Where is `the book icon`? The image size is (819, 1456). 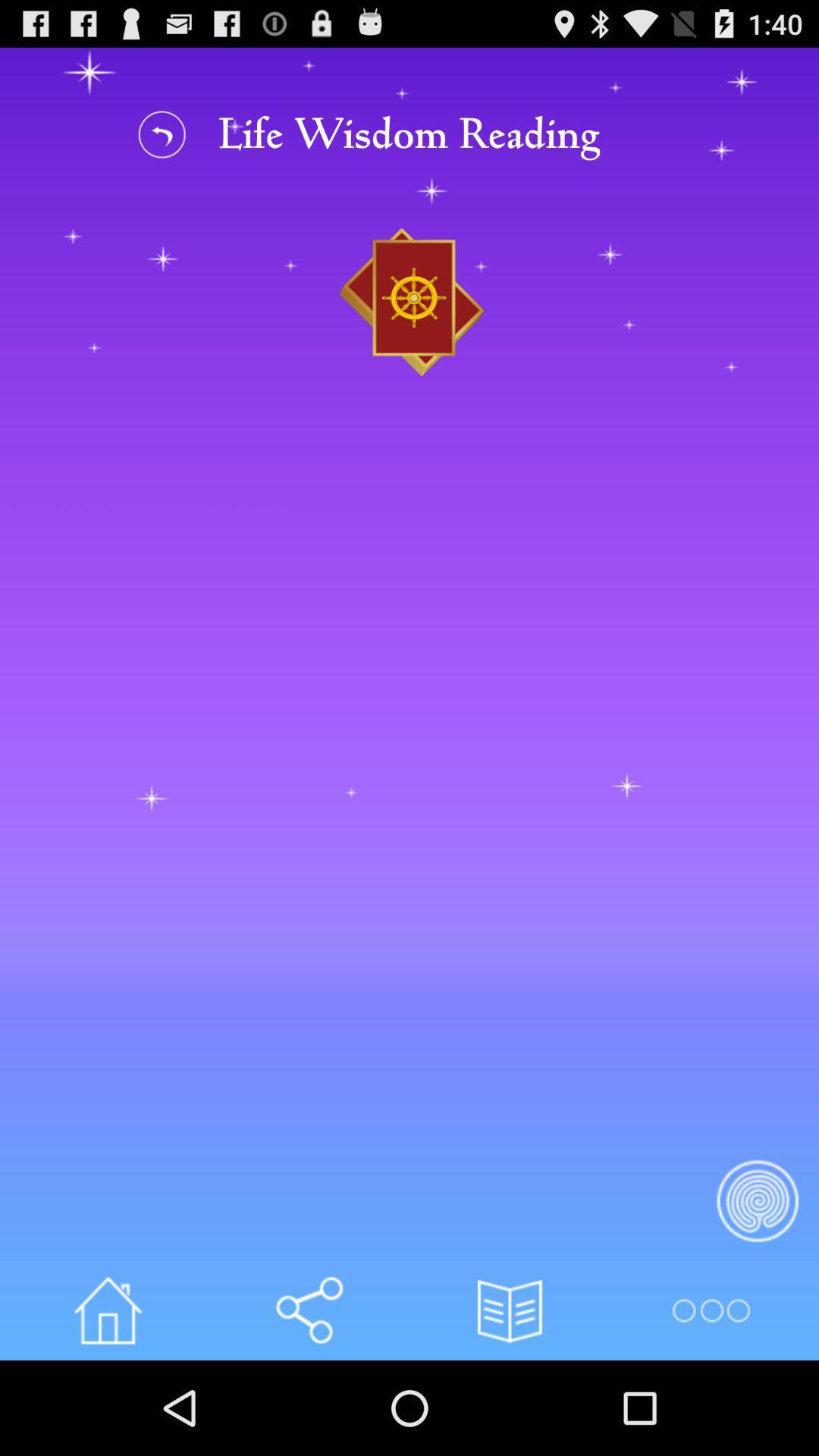
the book icon is located at coordinates (510, 1401).